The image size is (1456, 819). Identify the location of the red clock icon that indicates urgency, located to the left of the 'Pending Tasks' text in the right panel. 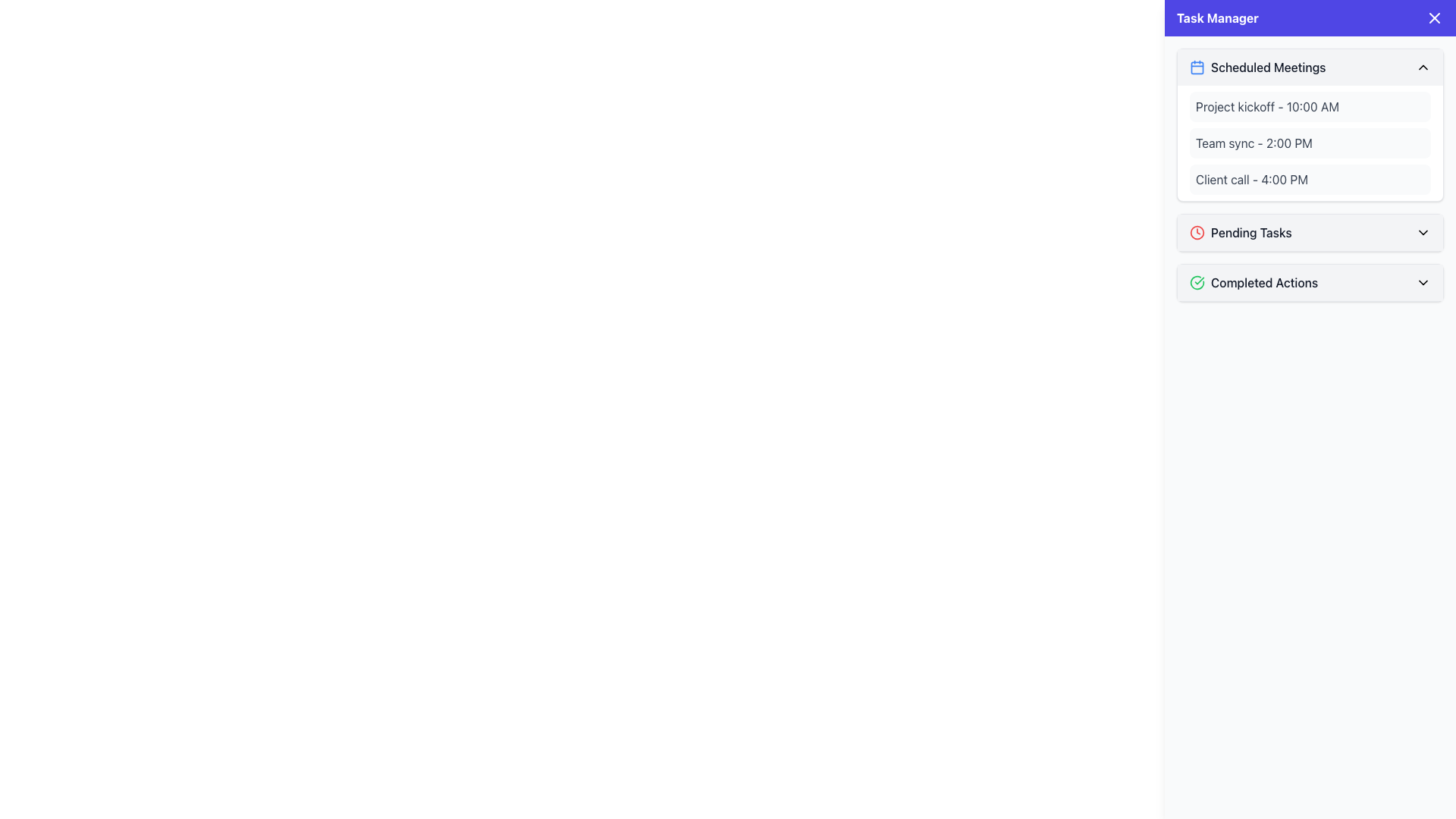
(1197, 233).